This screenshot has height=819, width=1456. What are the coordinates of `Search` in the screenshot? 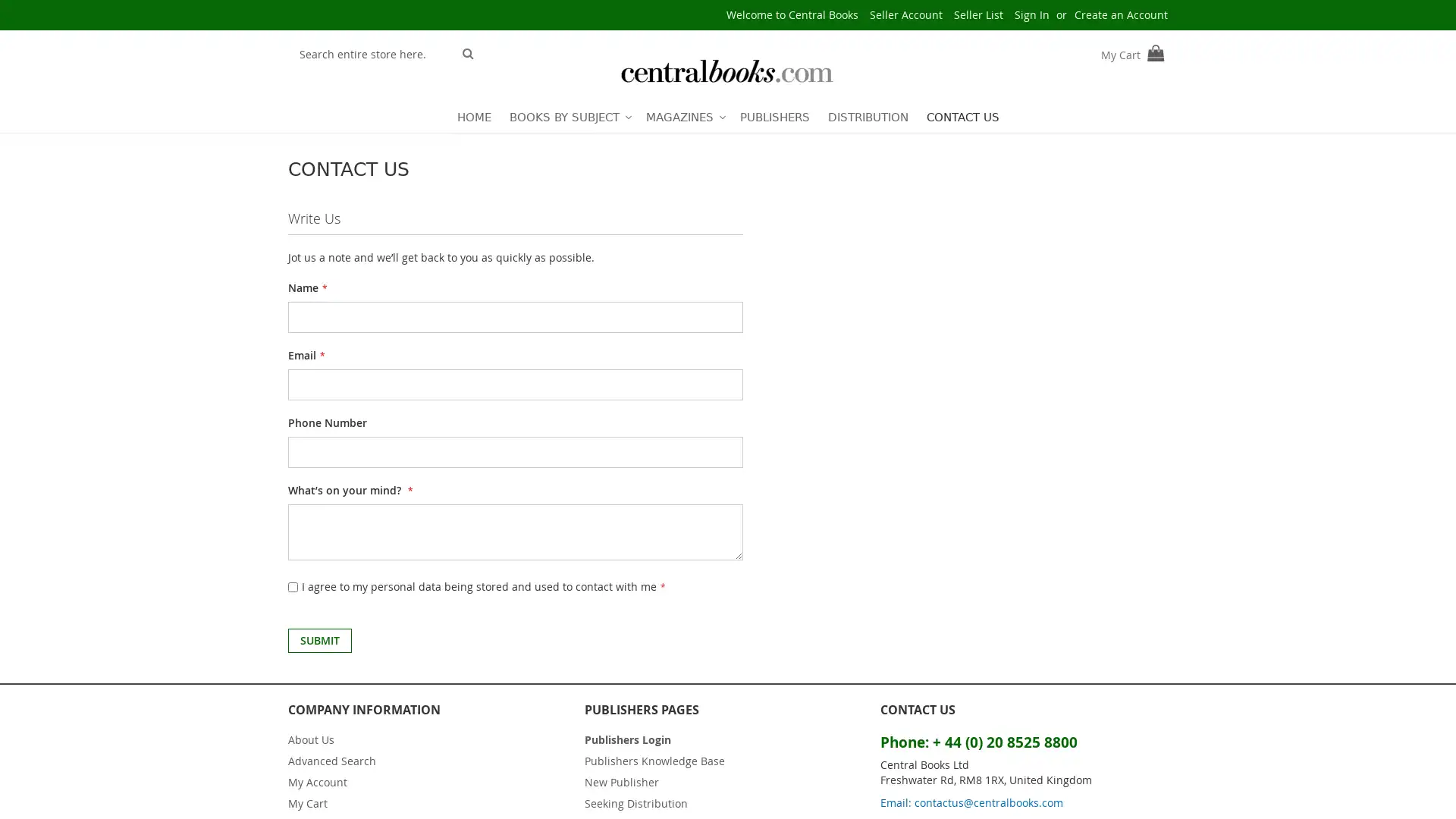 It's located at (467, 52).